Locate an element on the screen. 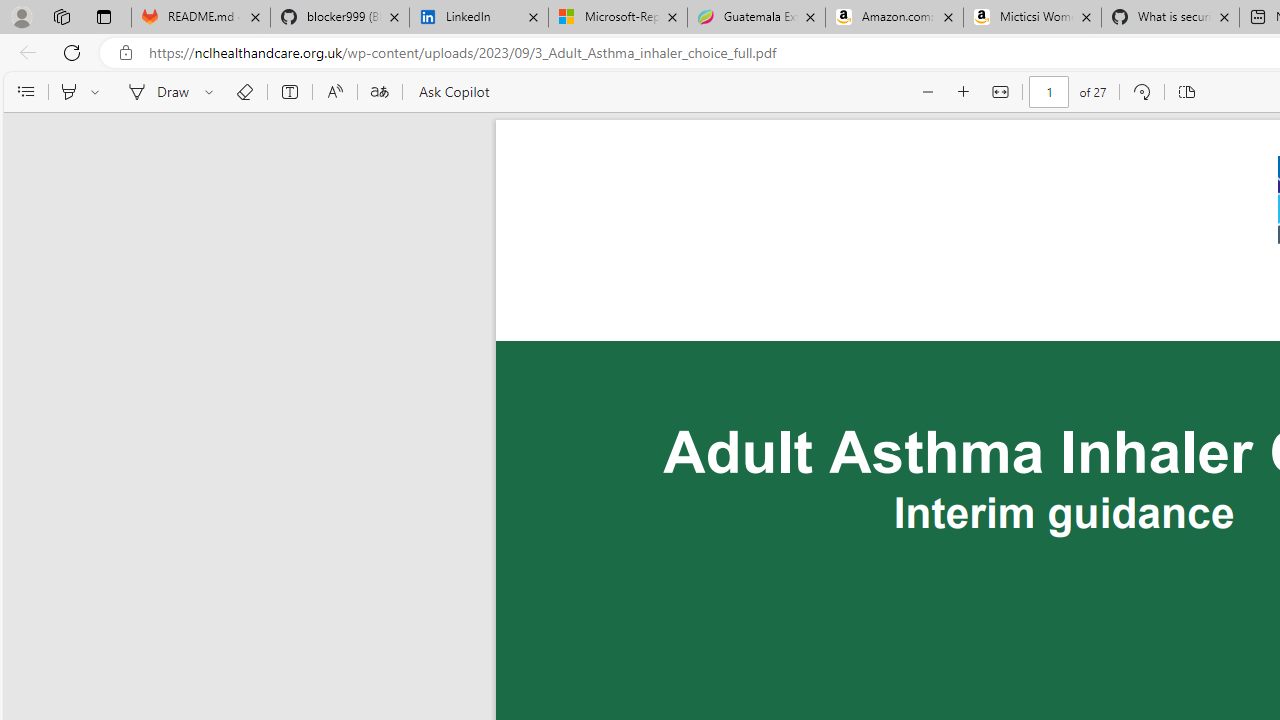 The width and height of the screenshot is (1280, 720). 'Page number' is located at coordinates (1048, 92).